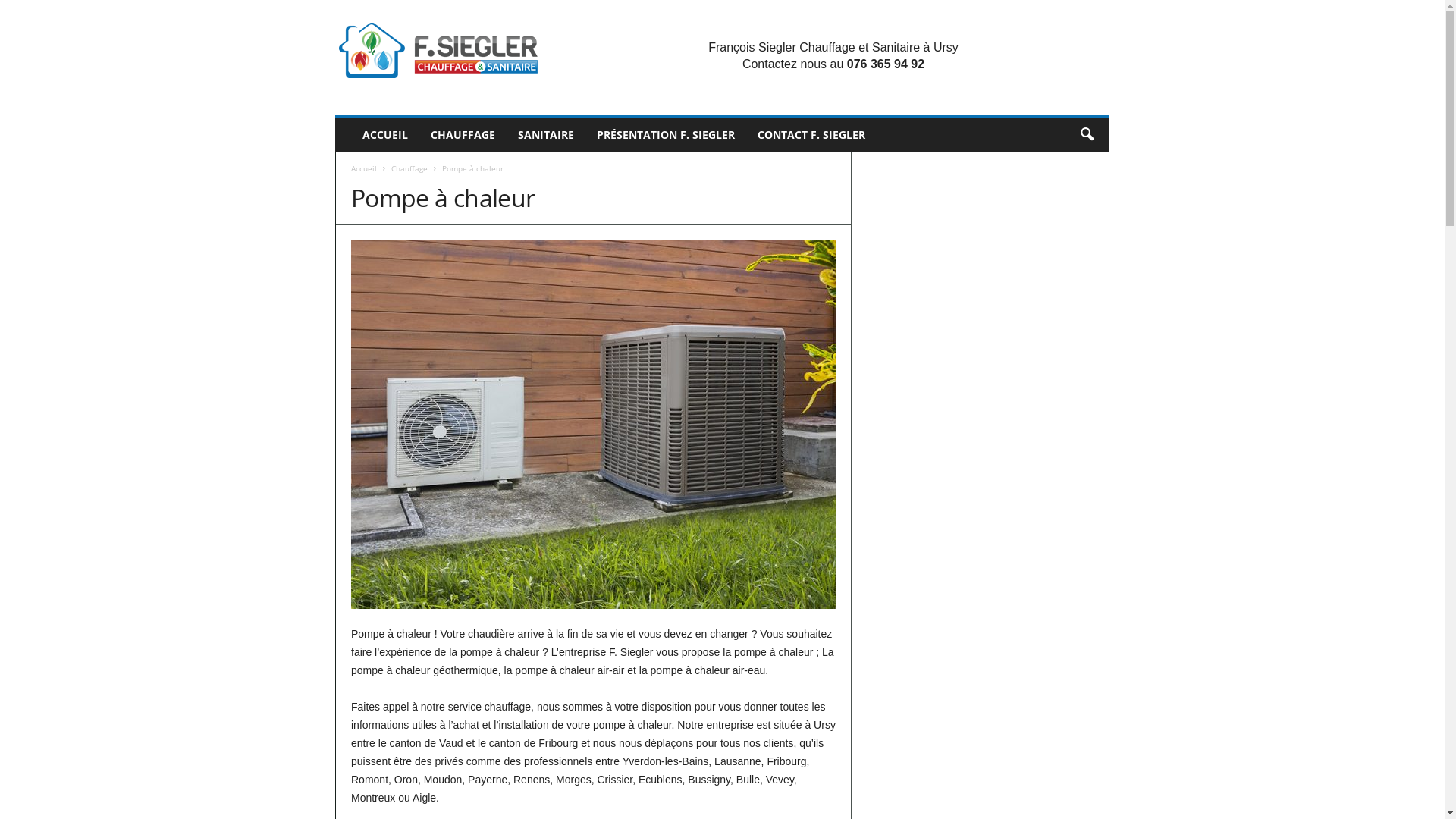 This screenshot has width=1456, height=819. I want to click on 'Accueil', so click(364, 168).